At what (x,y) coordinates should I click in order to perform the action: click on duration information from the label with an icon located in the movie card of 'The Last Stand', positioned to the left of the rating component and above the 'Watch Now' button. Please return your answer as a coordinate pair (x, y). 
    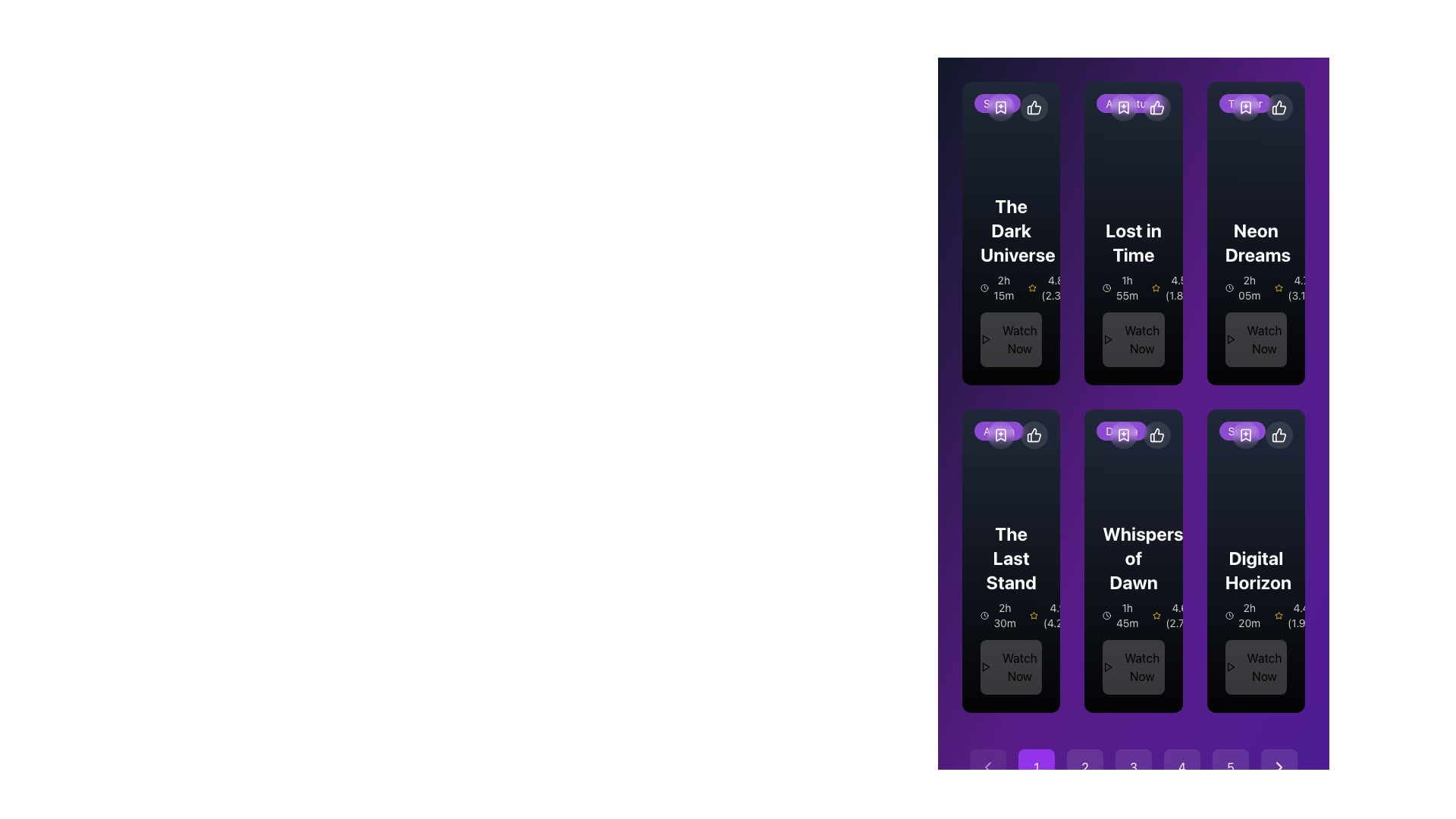
    Looking at the image, I should click on (1011, 616).